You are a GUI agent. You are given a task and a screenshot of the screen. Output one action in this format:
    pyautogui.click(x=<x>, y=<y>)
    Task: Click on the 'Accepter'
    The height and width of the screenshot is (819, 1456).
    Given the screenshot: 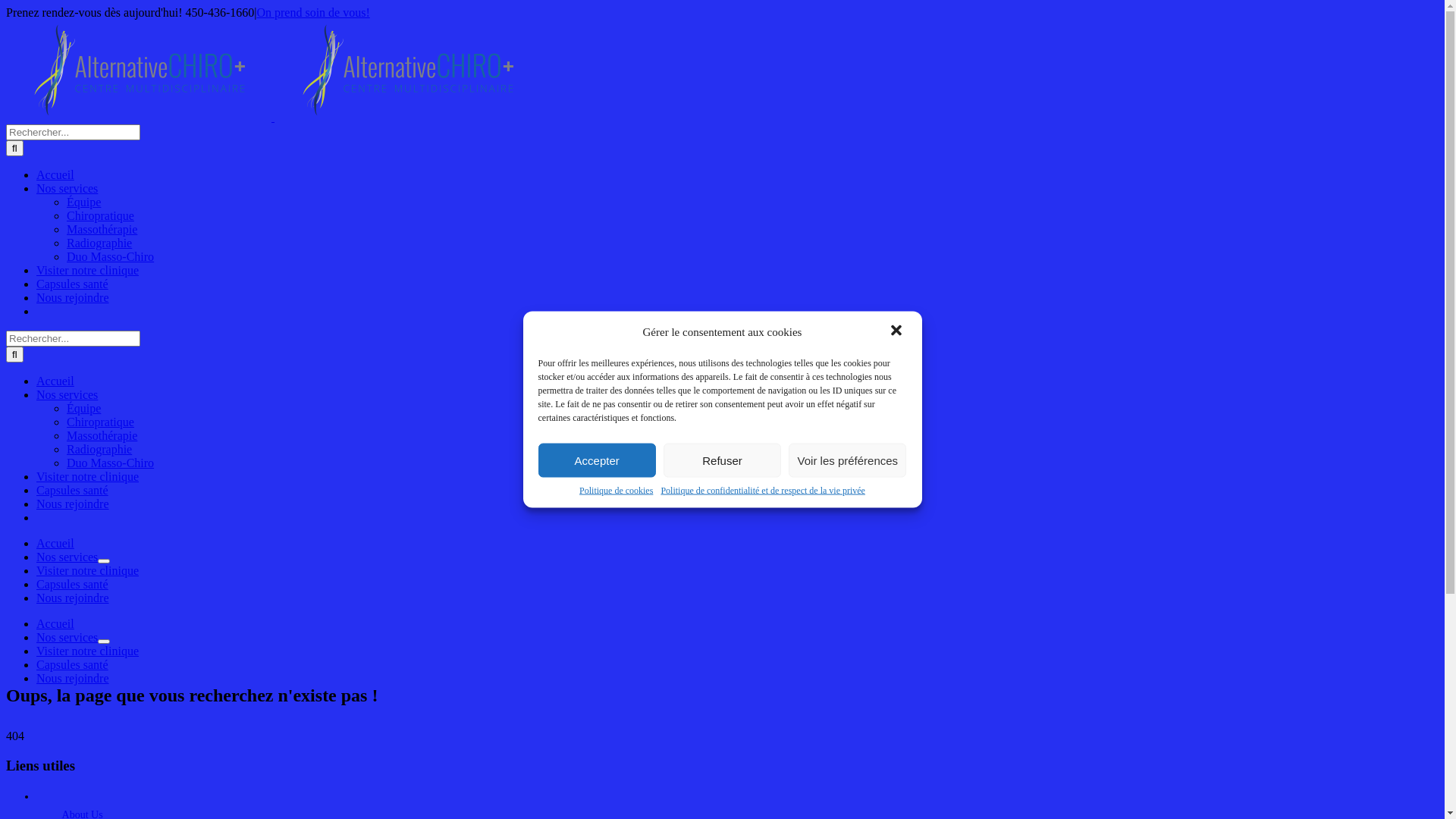 What is the action you would take?
    pyautogui.click(x=596, y=459)
    